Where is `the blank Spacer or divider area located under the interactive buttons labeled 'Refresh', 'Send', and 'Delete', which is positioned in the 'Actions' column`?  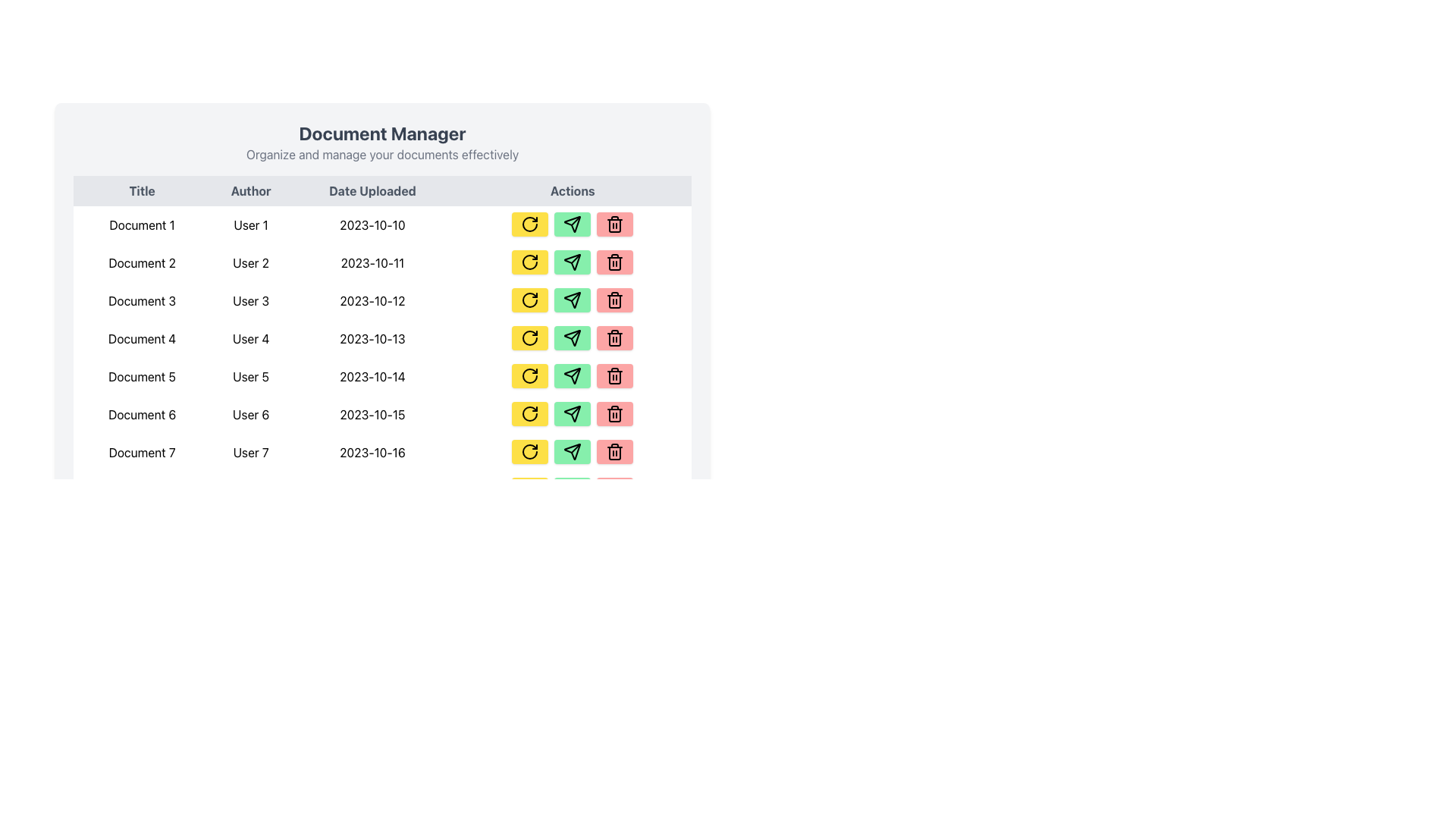
the blank Spacer or divider area located under the interactive buttons labeled 'Refresh', 'Send', and 'Delete', which is positioned in the 'Actions' column is located at coordinates (572, 604).